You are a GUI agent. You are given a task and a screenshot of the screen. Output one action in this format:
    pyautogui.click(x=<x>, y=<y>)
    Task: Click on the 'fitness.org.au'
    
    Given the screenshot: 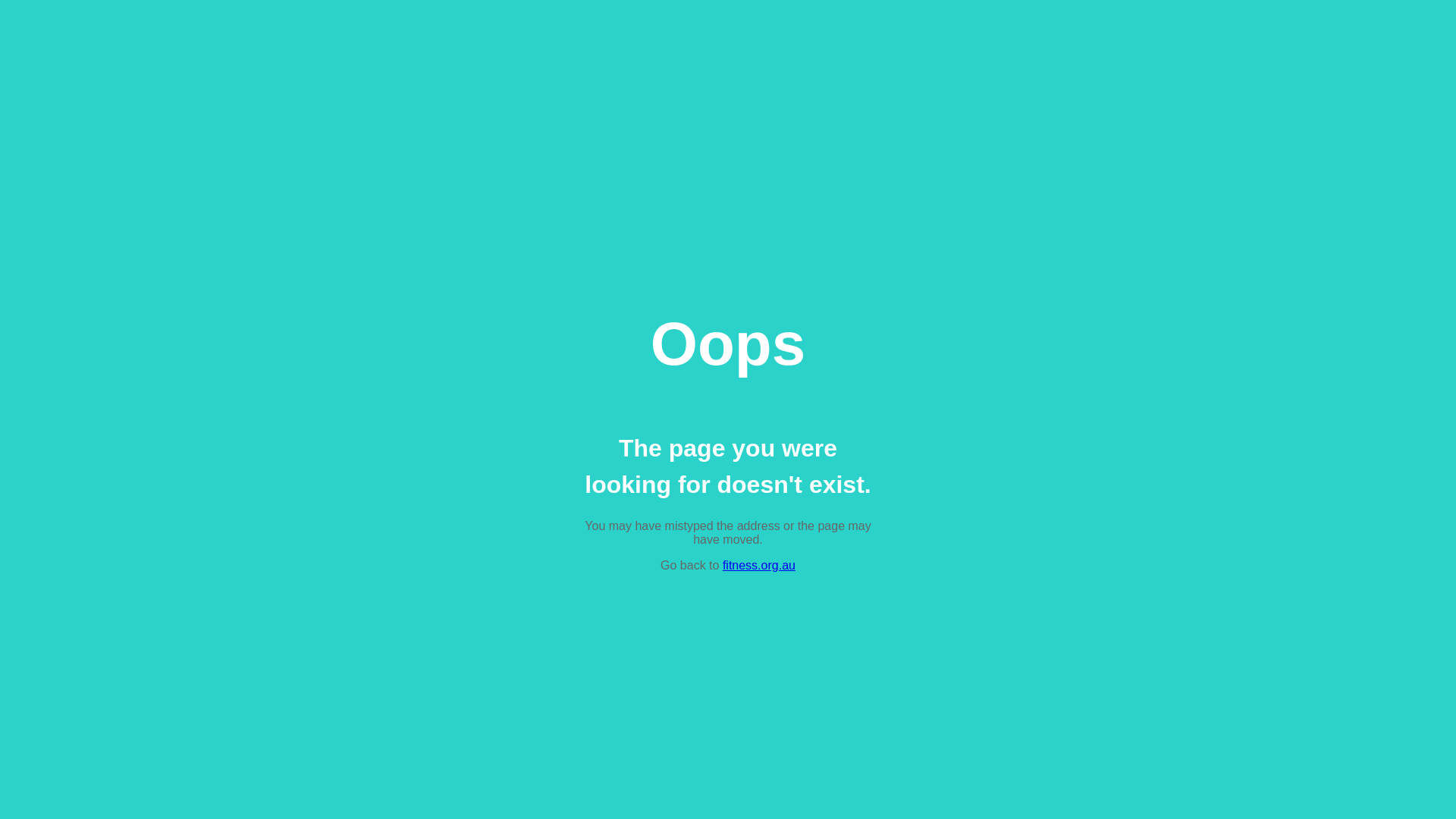 What is the action you would take?
    pyautogui.click(x=759, y=565)
    